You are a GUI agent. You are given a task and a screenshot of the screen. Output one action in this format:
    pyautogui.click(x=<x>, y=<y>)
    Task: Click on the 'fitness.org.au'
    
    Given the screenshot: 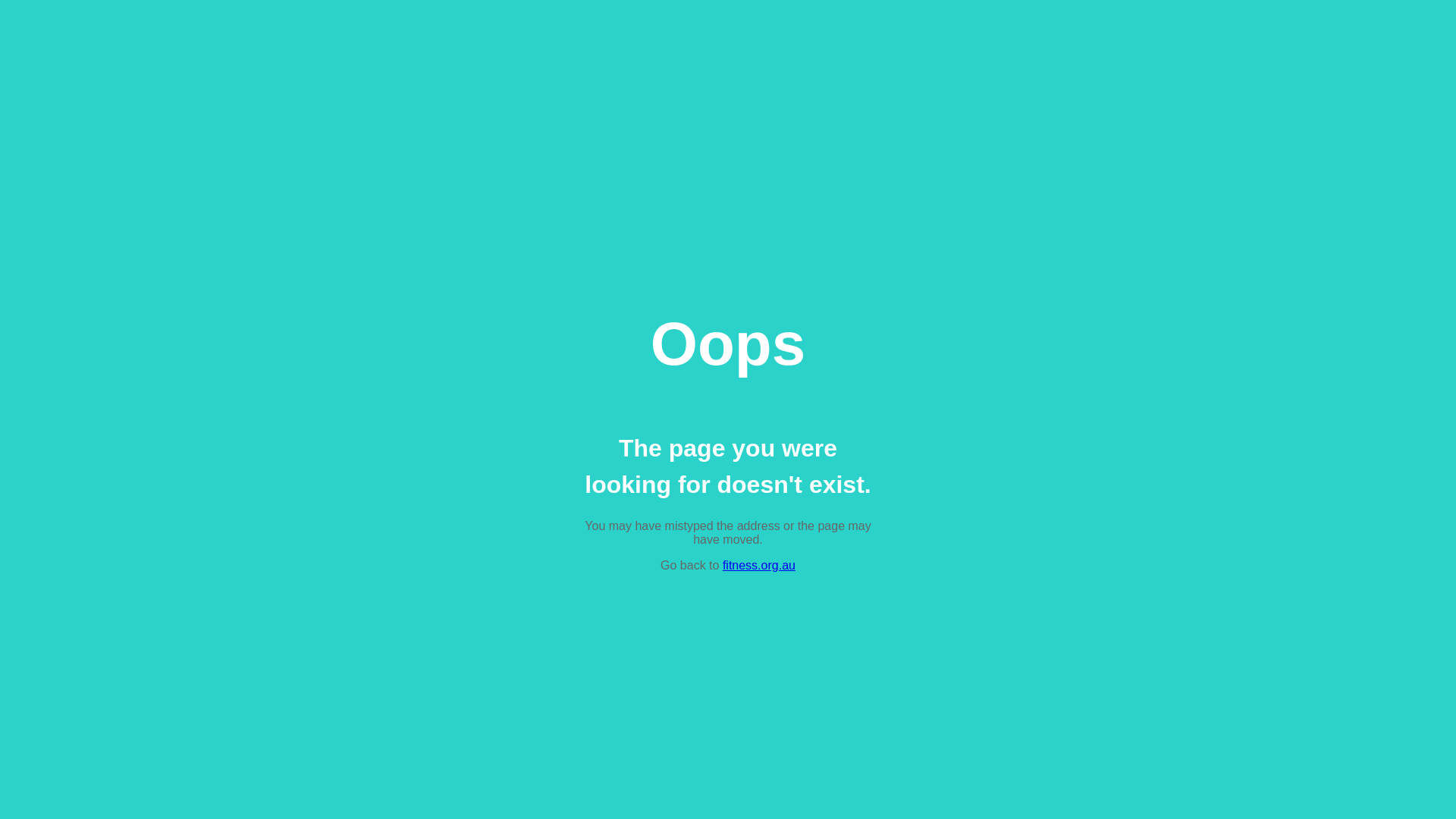 What is the action you would take?
    pyautogui.click(x=759, y=565)
    